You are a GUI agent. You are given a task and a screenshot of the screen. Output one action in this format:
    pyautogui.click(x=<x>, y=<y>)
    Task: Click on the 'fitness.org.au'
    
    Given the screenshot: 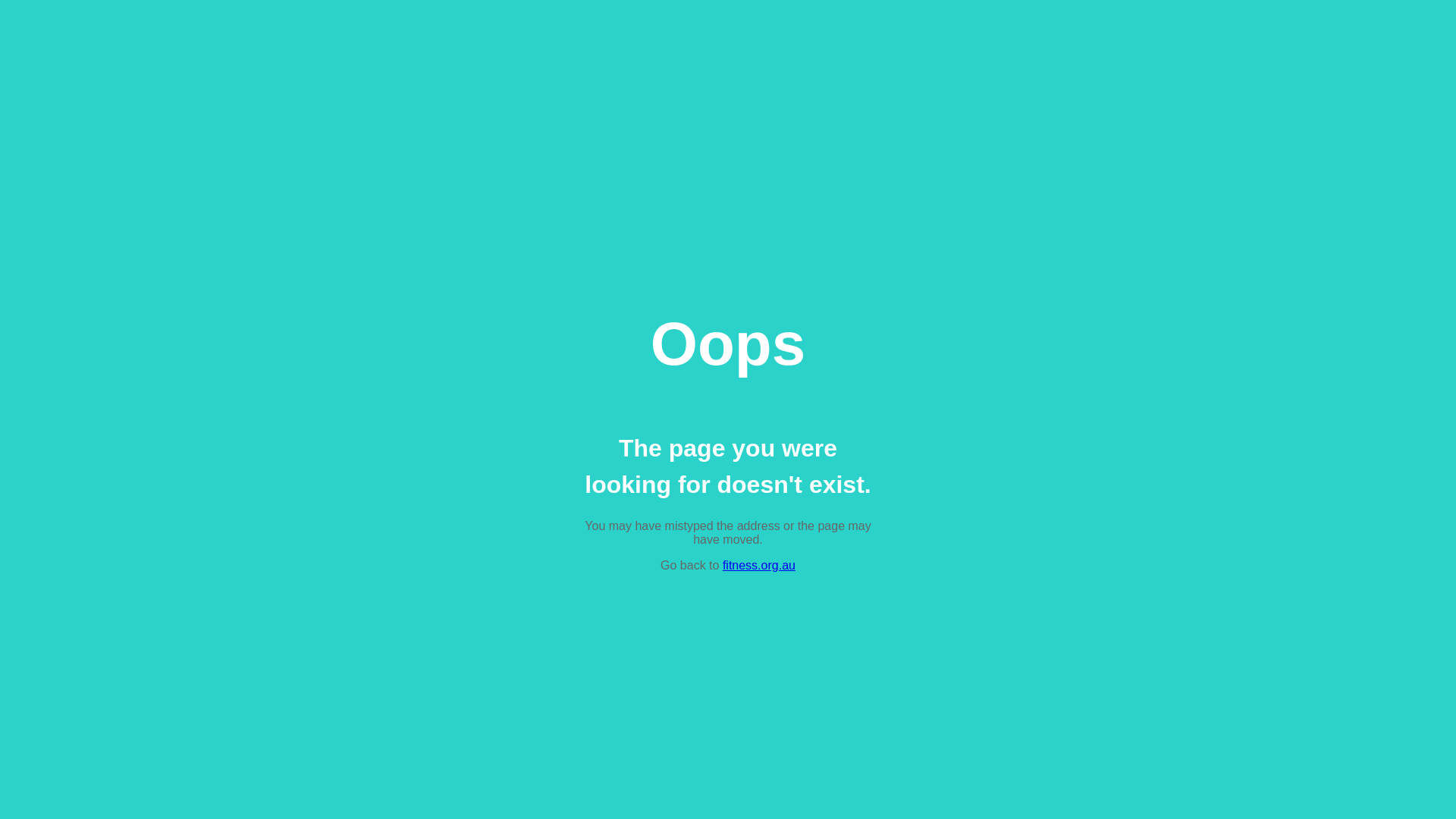 What is the action you would take?
    pyautogui.click(x=759, y=565)
    